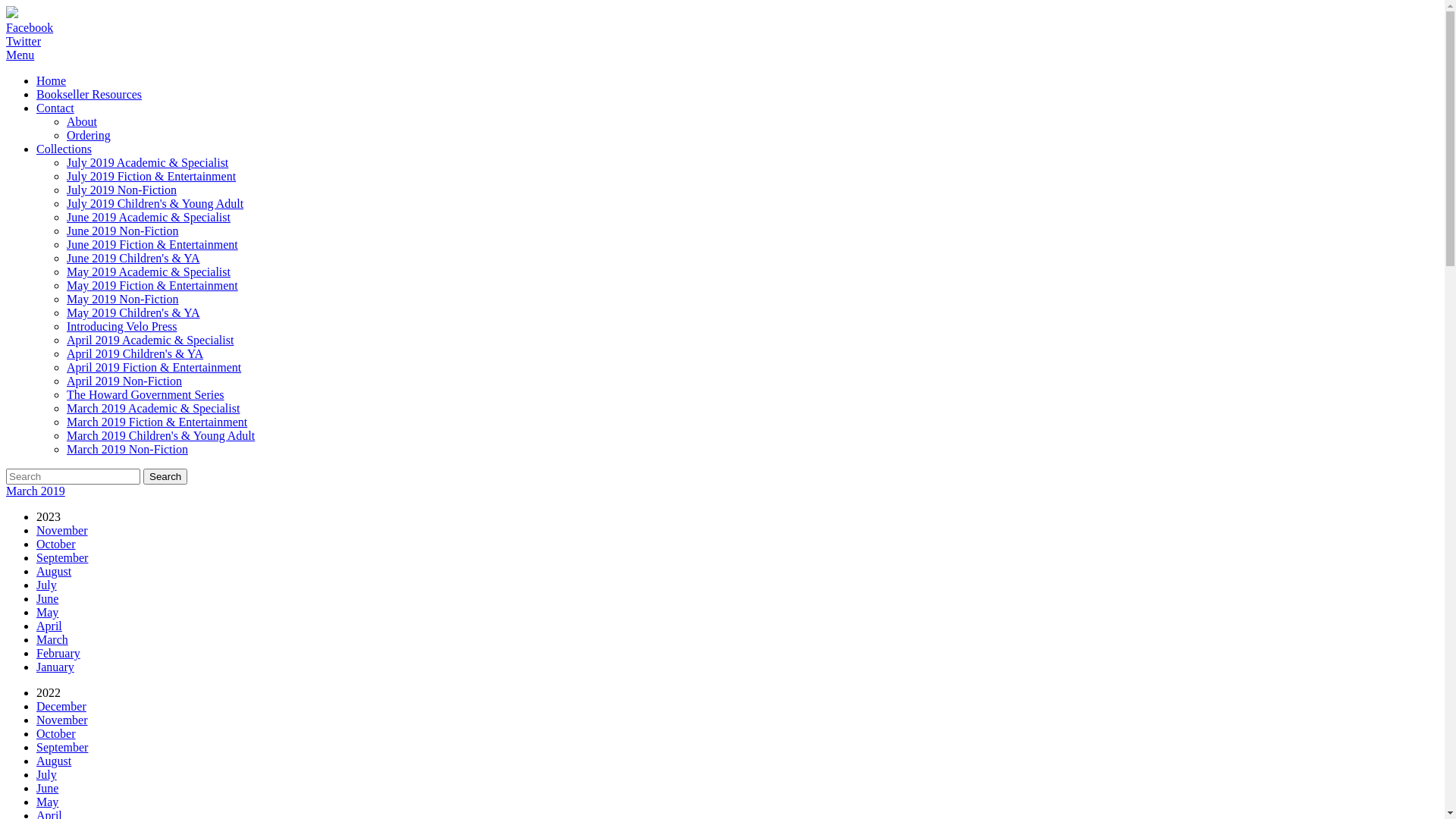  What do you see at coordinates (54, 761) in the screenshot?
I see `'August'` at bounding box center [54, 761].